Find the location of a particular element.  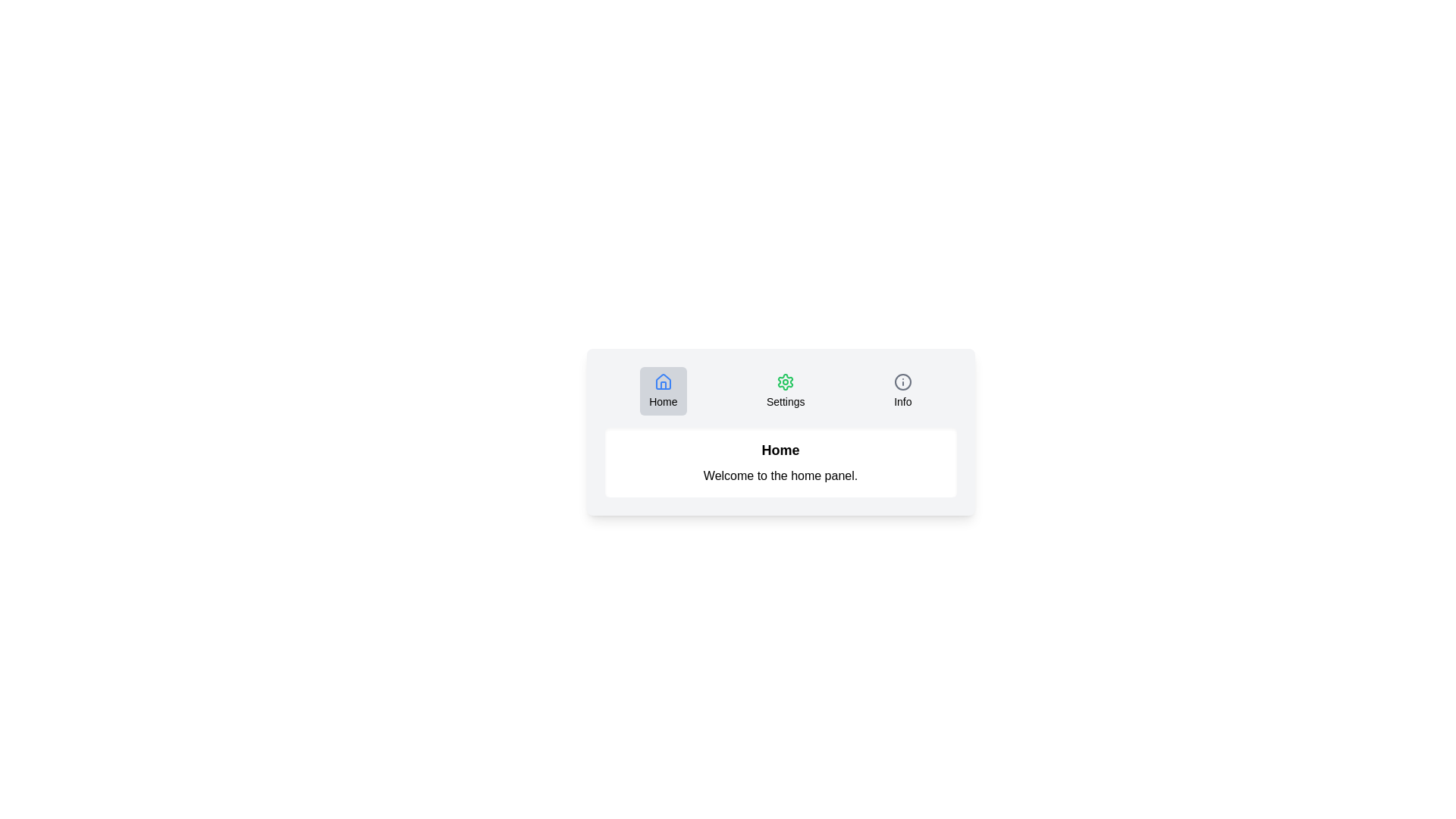

the Settings tab by clicking its button is located at coordinates (786, 391).